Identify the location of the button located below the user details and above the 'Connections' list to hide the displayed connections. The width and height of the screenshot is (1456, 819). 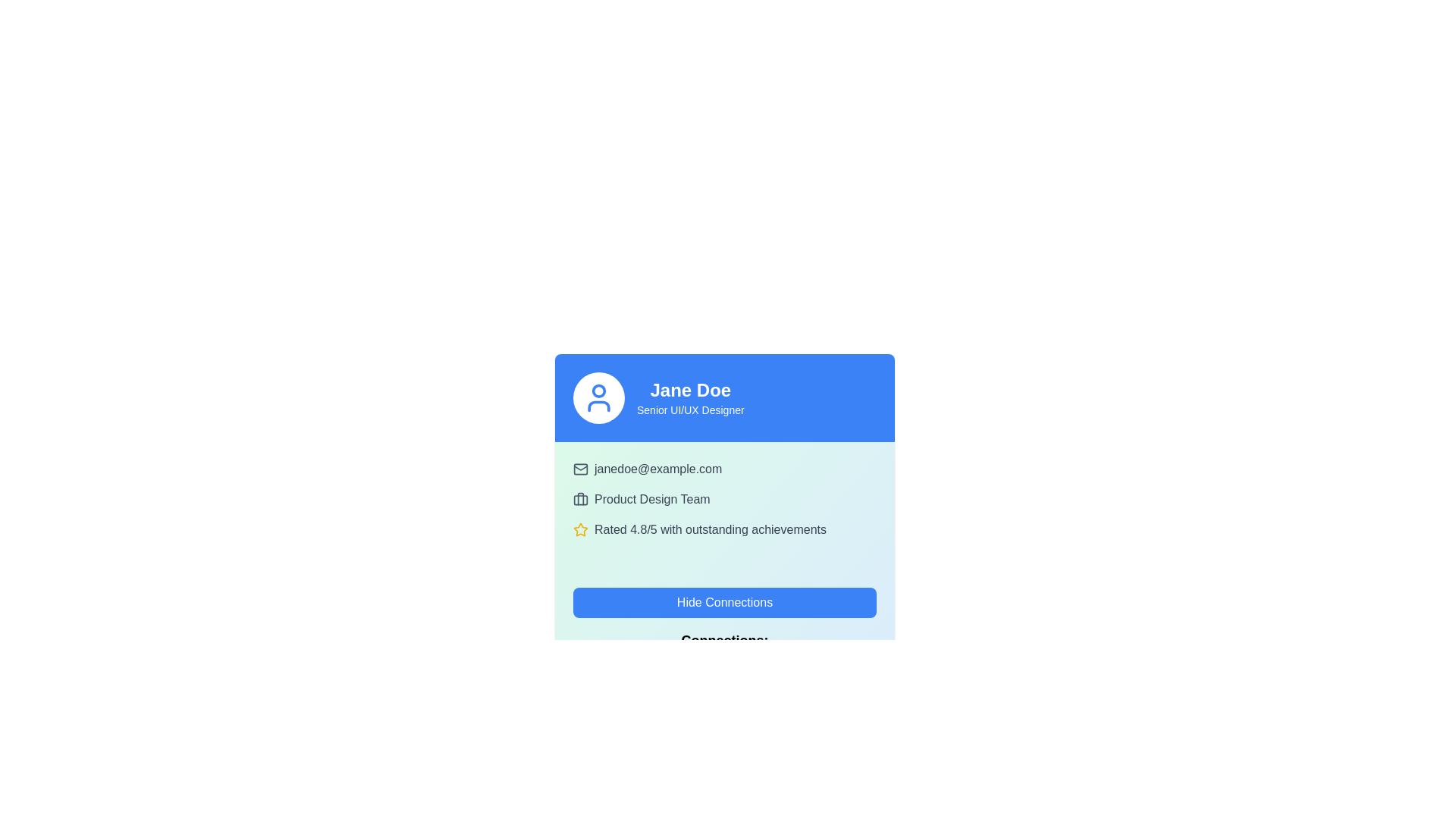
(723, 601).